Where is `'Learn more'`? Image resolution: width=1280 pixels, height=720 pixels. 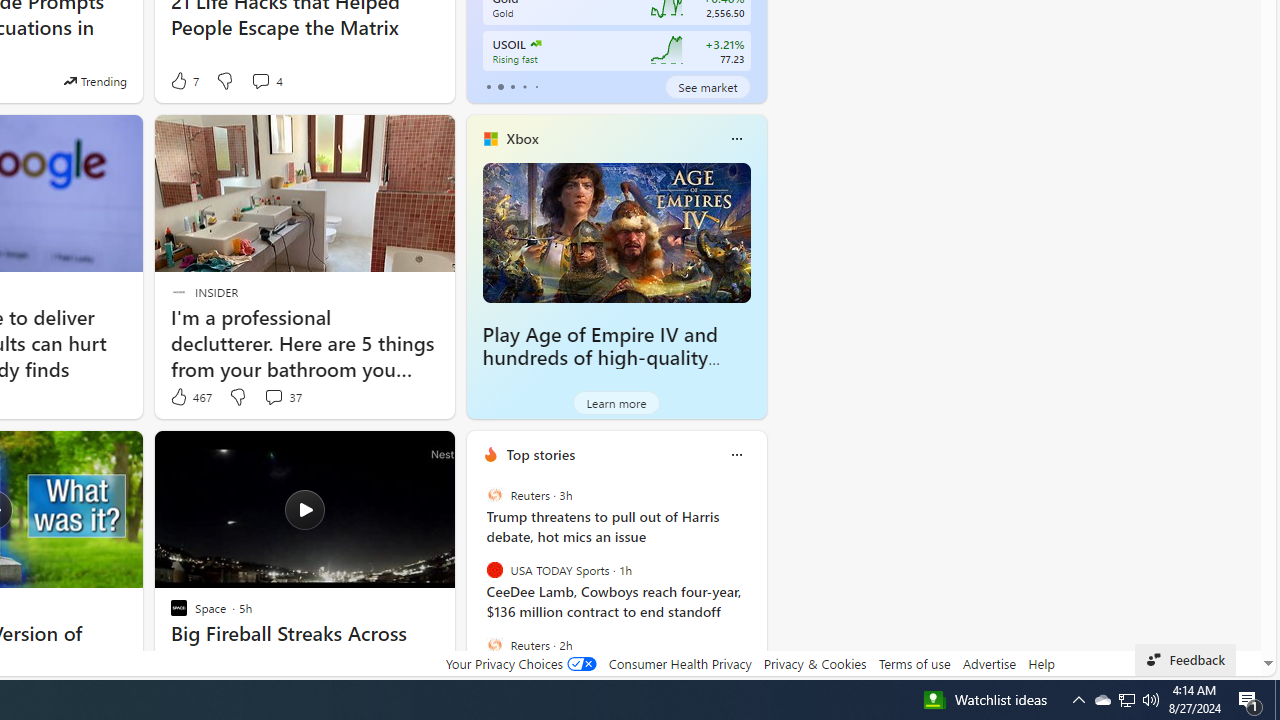
'Learn more' is located at coordinates (615, 402).